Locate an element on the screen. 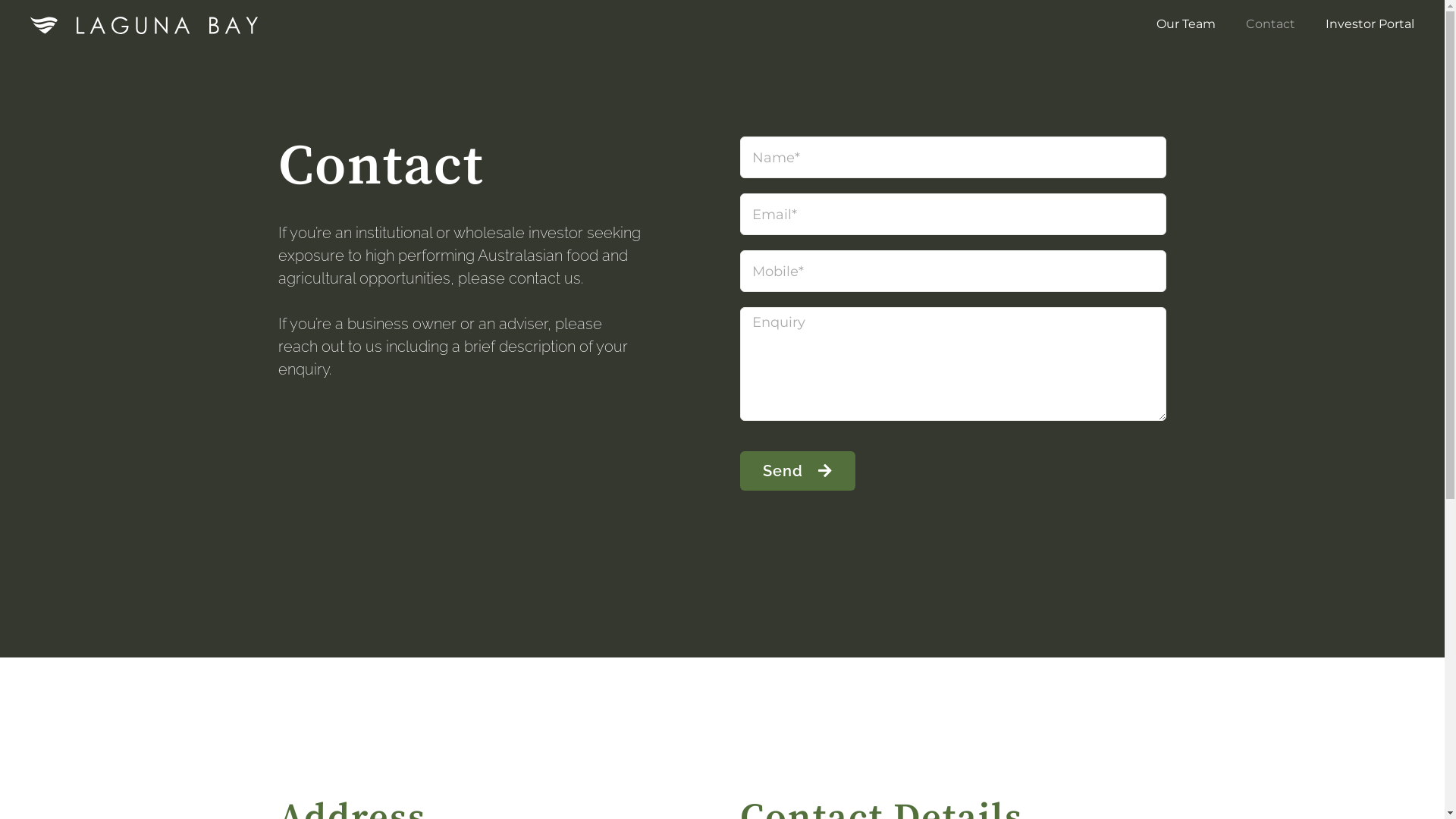 The width and height of the screenshot is (1456, 819). 'Send' is located at coordinates (796, 470).